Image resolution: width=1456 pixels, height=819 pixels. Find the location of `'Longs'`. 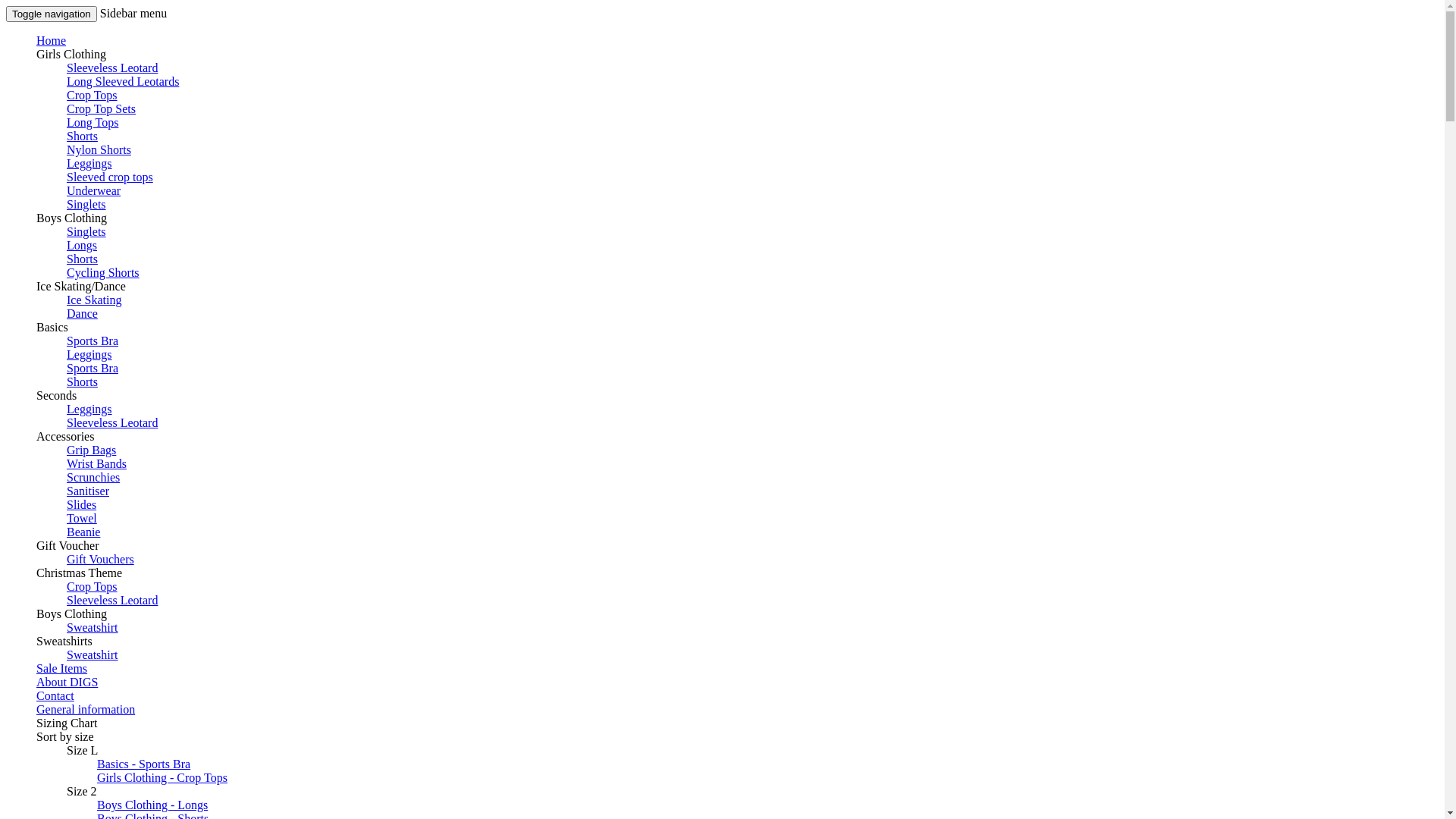

'Longs' is located at coordinates (80, 244).